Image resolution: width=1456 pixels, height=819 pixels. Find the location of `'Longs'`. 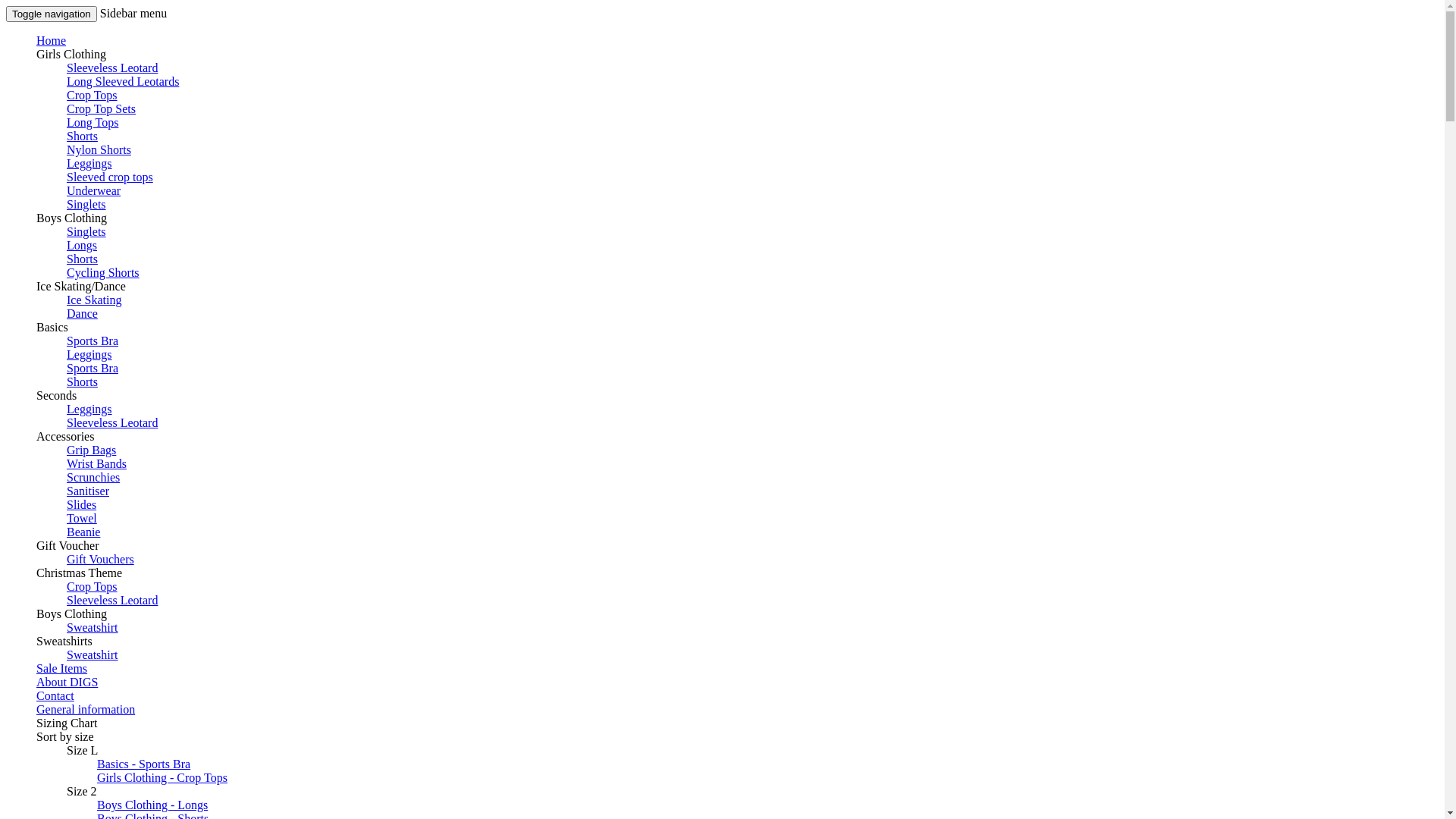

'Longs' is located at coordinates (80, 244).